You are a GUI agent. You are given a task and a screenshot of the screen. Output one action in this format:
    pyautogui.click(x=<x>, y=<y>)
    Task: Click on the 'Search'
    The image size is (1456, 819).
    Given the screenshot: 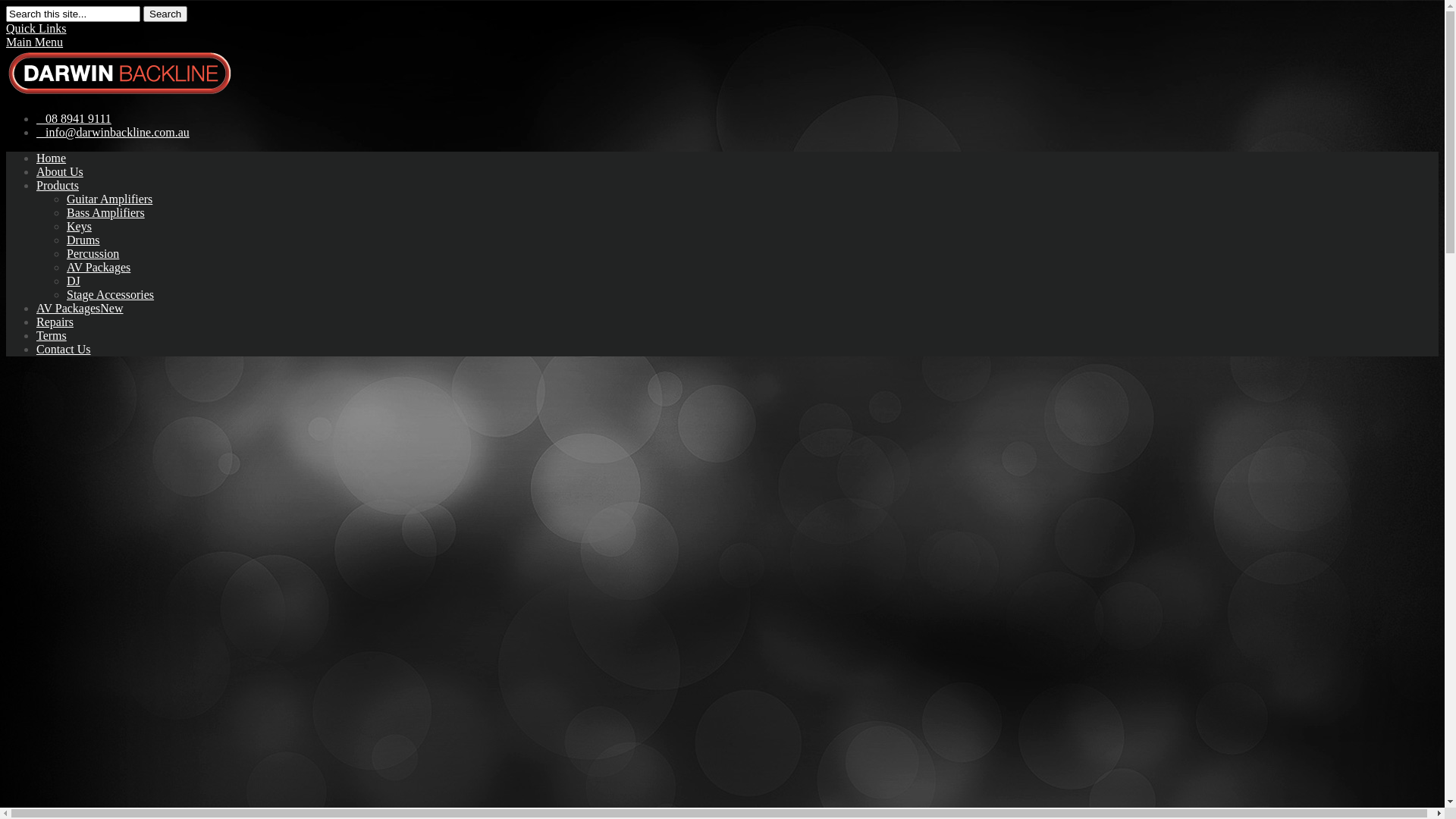 What is the action you would take?
    pyautogui.click(x=165, y=14)
    